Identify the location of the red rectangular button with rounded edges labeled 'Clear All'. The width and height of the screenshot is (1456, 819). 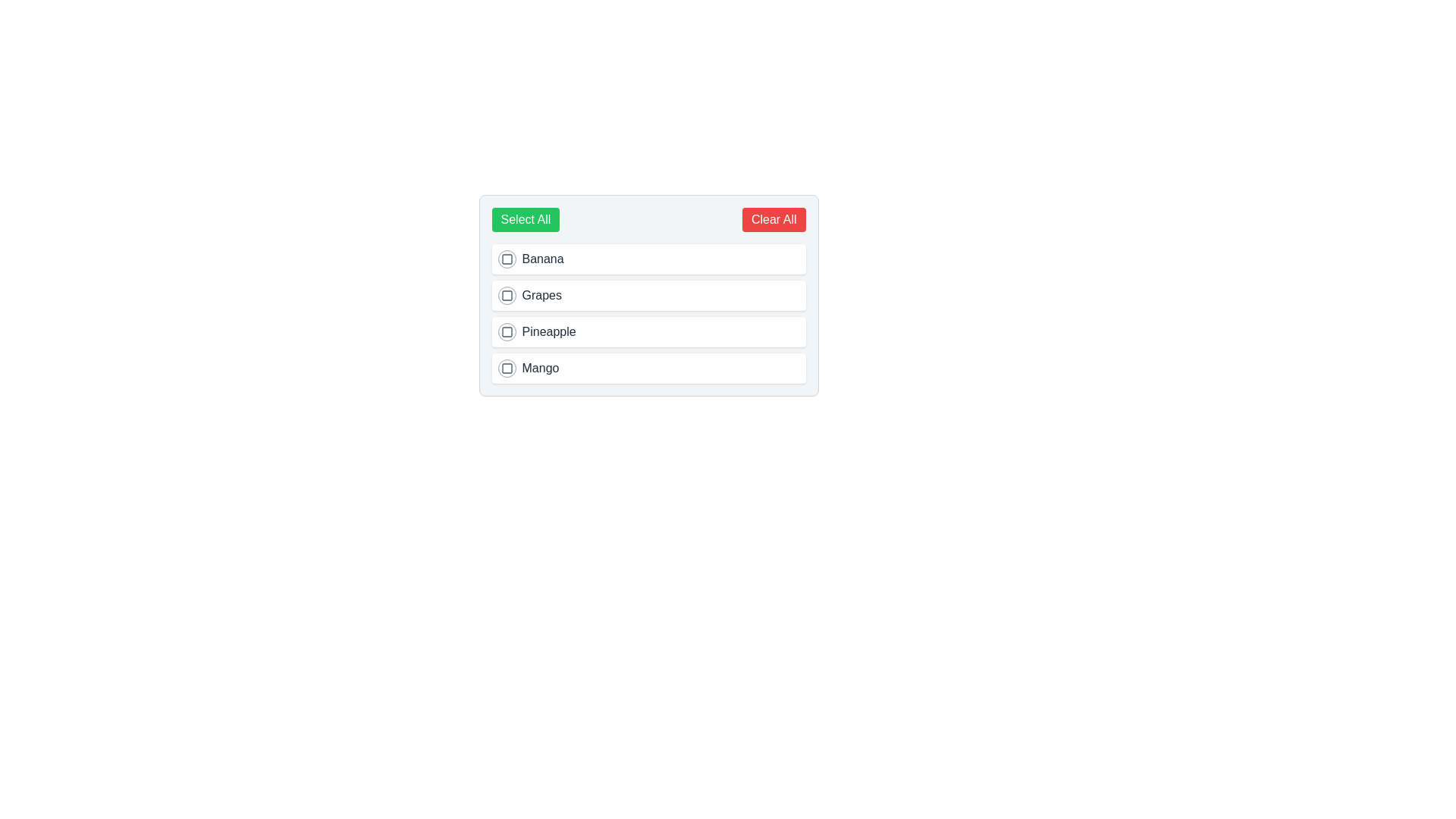
(773, 219).